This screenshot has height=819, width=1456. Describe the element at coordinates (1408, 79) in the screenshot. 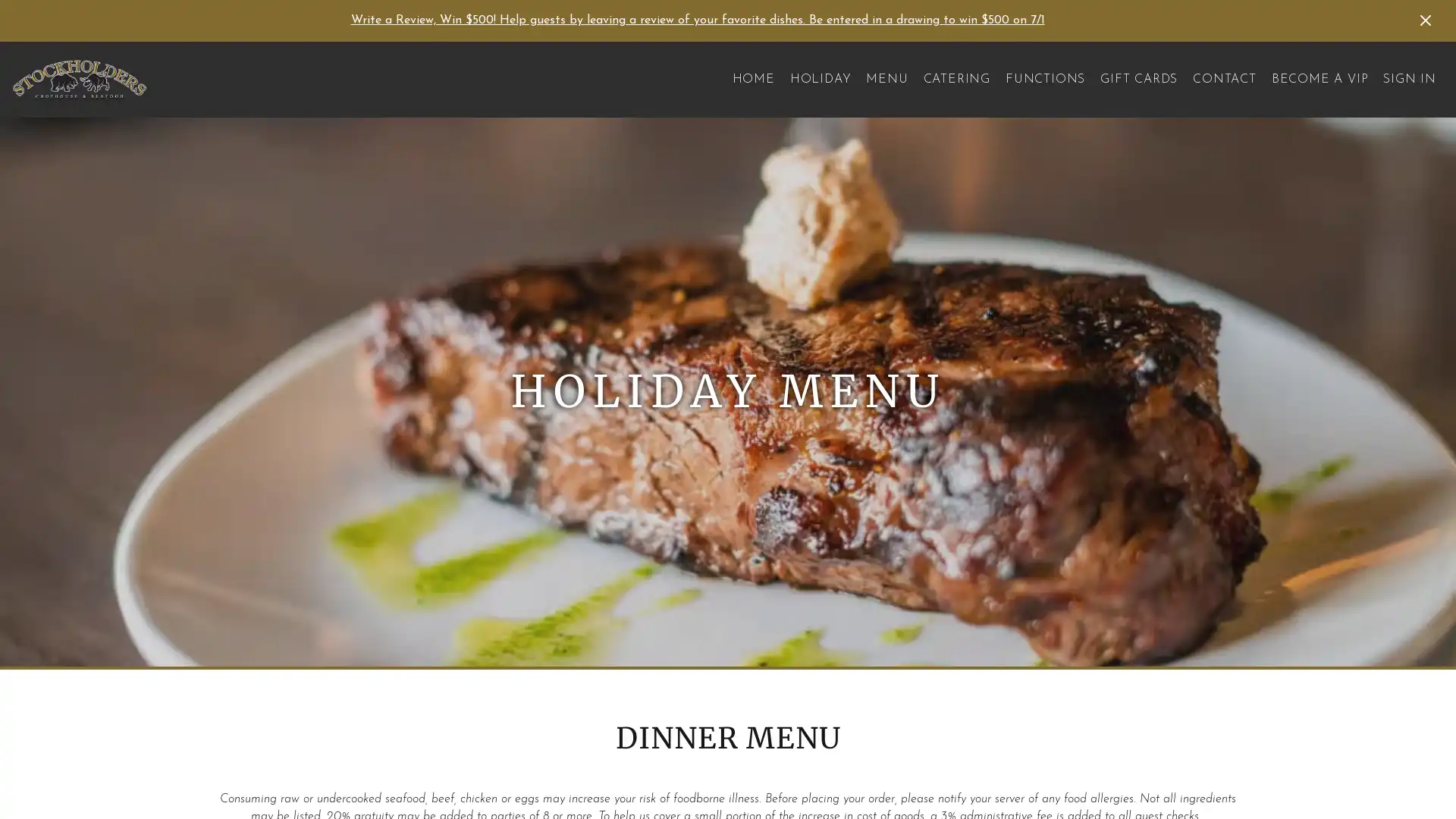

I see `SIGN IN` at that location.